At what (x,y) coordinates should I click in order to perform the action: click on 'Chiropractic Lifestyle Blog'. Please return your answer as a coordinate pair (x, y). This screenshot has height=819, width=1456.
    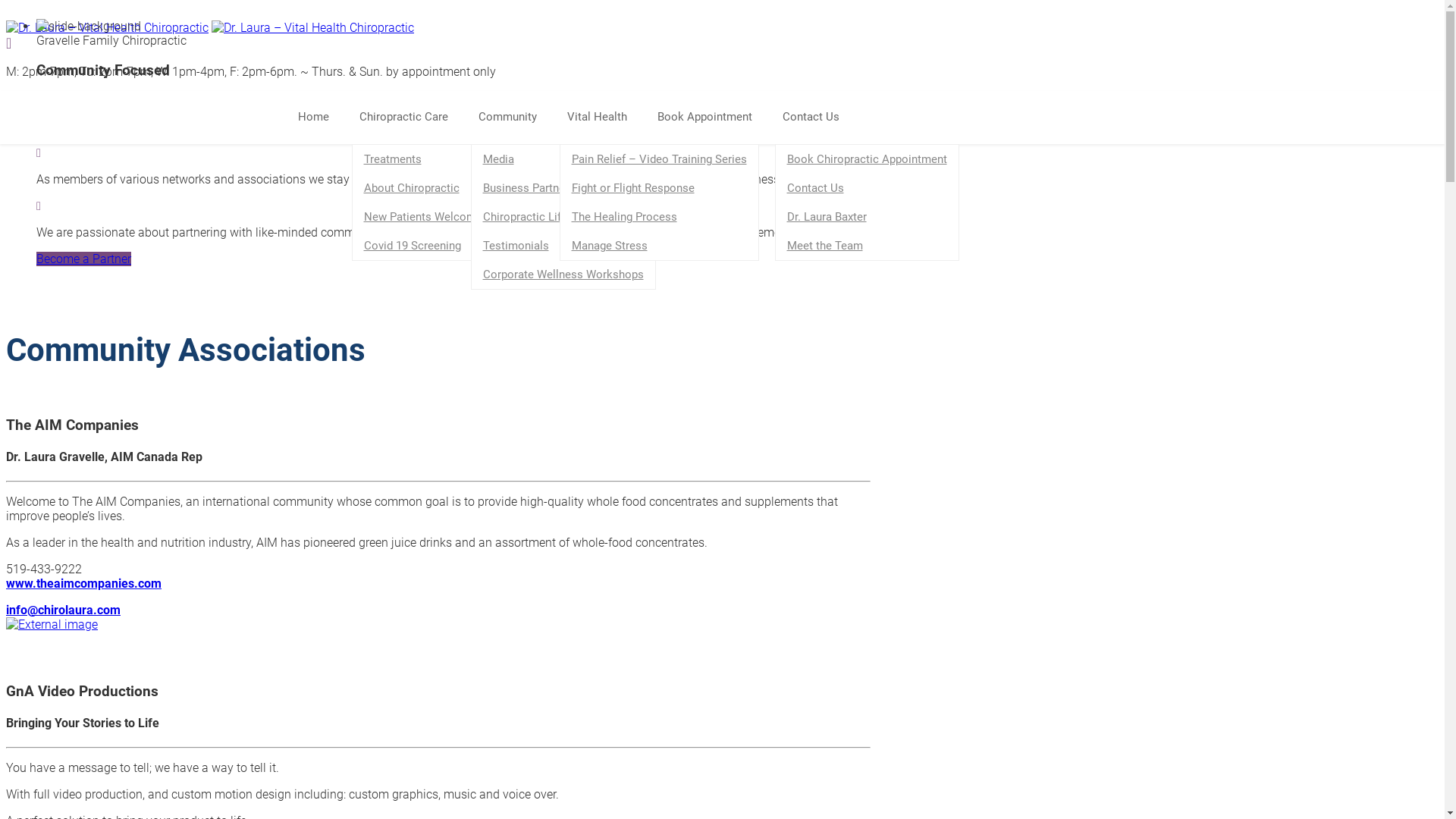
    Looking at the image, I should click on (471, 216).